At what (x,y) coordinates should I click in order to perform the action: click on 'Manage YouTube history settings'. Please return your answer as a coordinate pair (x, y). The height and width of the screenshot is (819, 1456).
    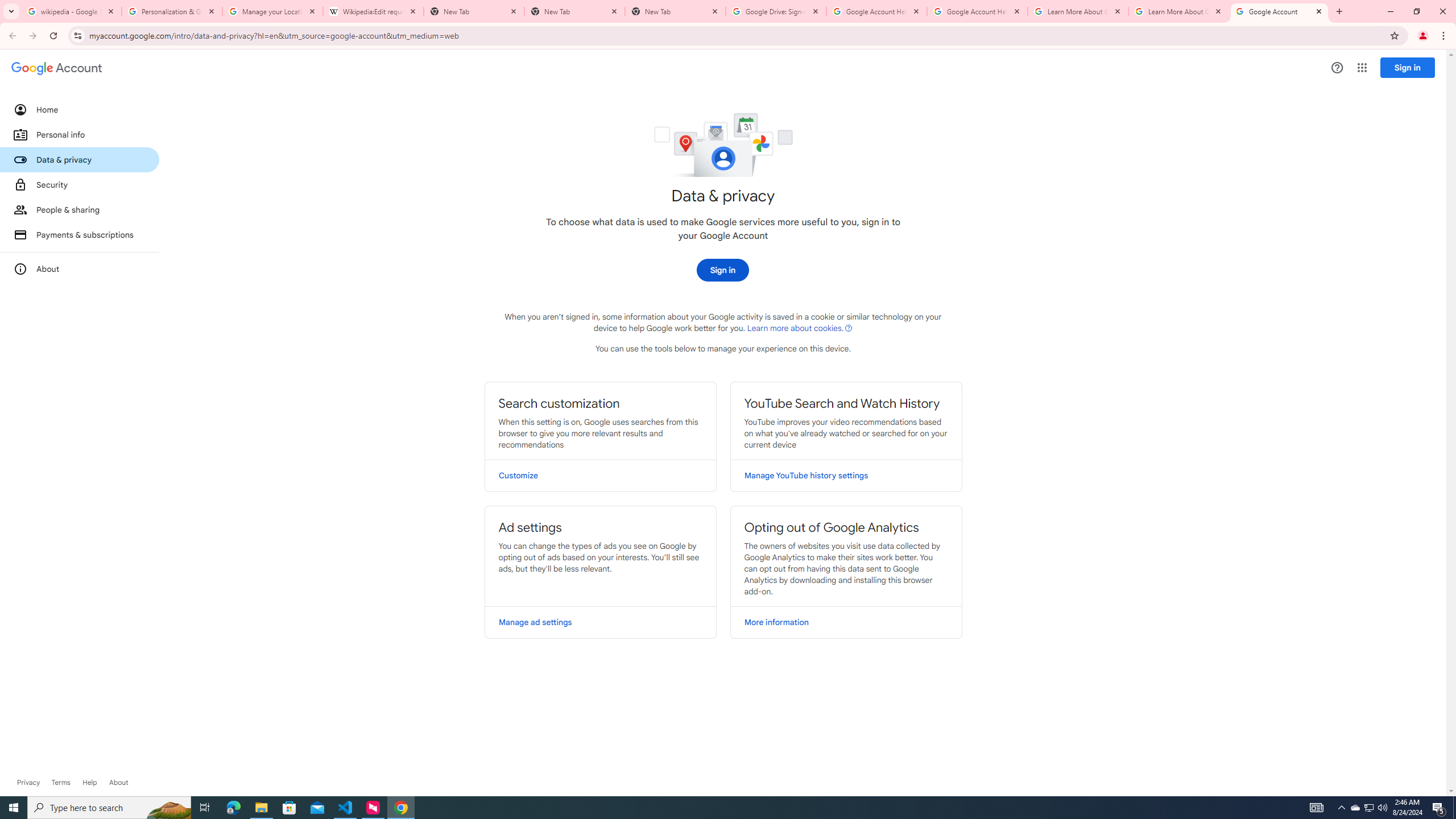
    Looking at the image, I should click on (846, 475).